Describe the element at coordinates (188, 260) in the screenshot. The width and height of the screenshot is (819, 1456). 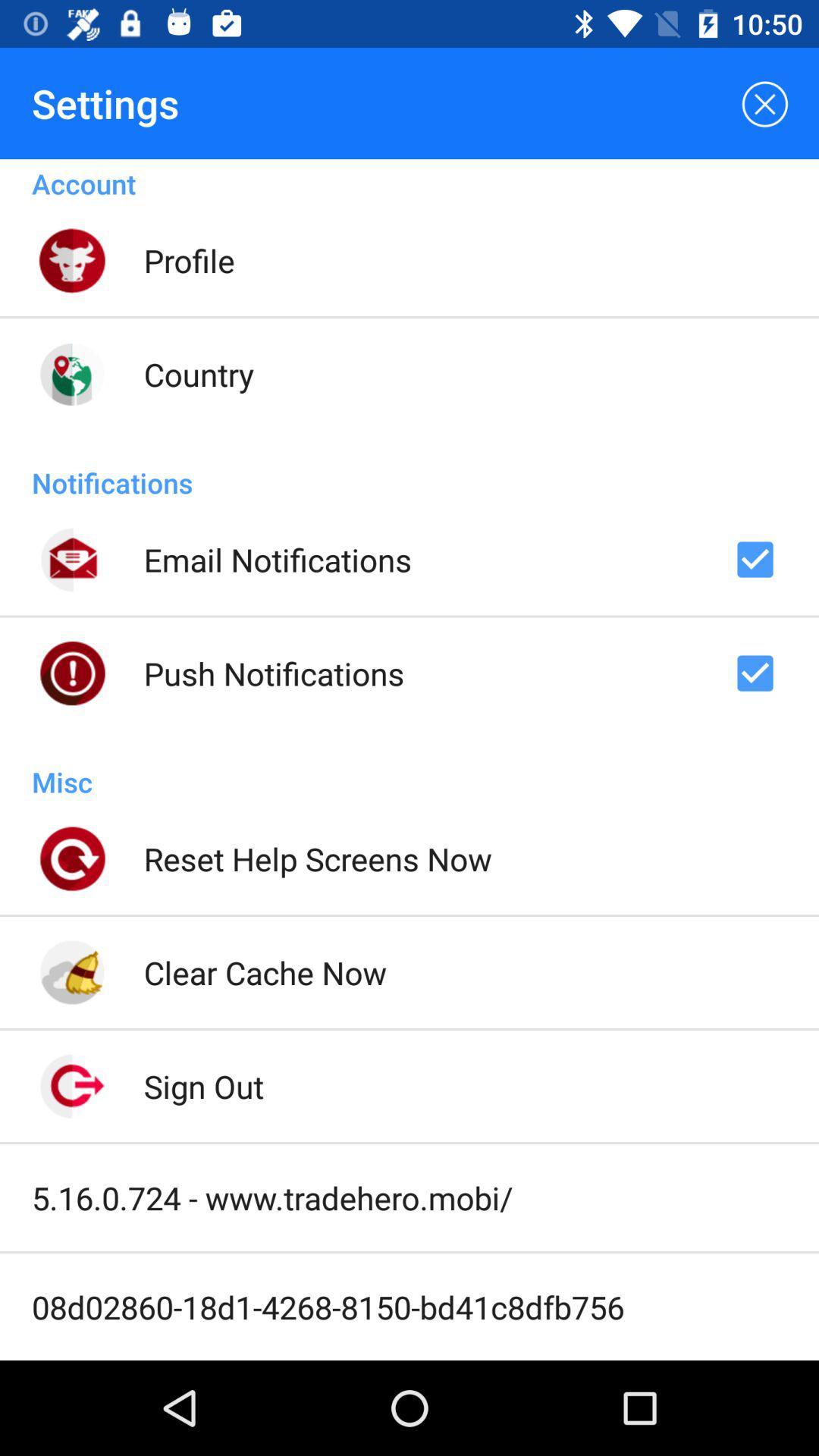
I see `the profile` at that location.